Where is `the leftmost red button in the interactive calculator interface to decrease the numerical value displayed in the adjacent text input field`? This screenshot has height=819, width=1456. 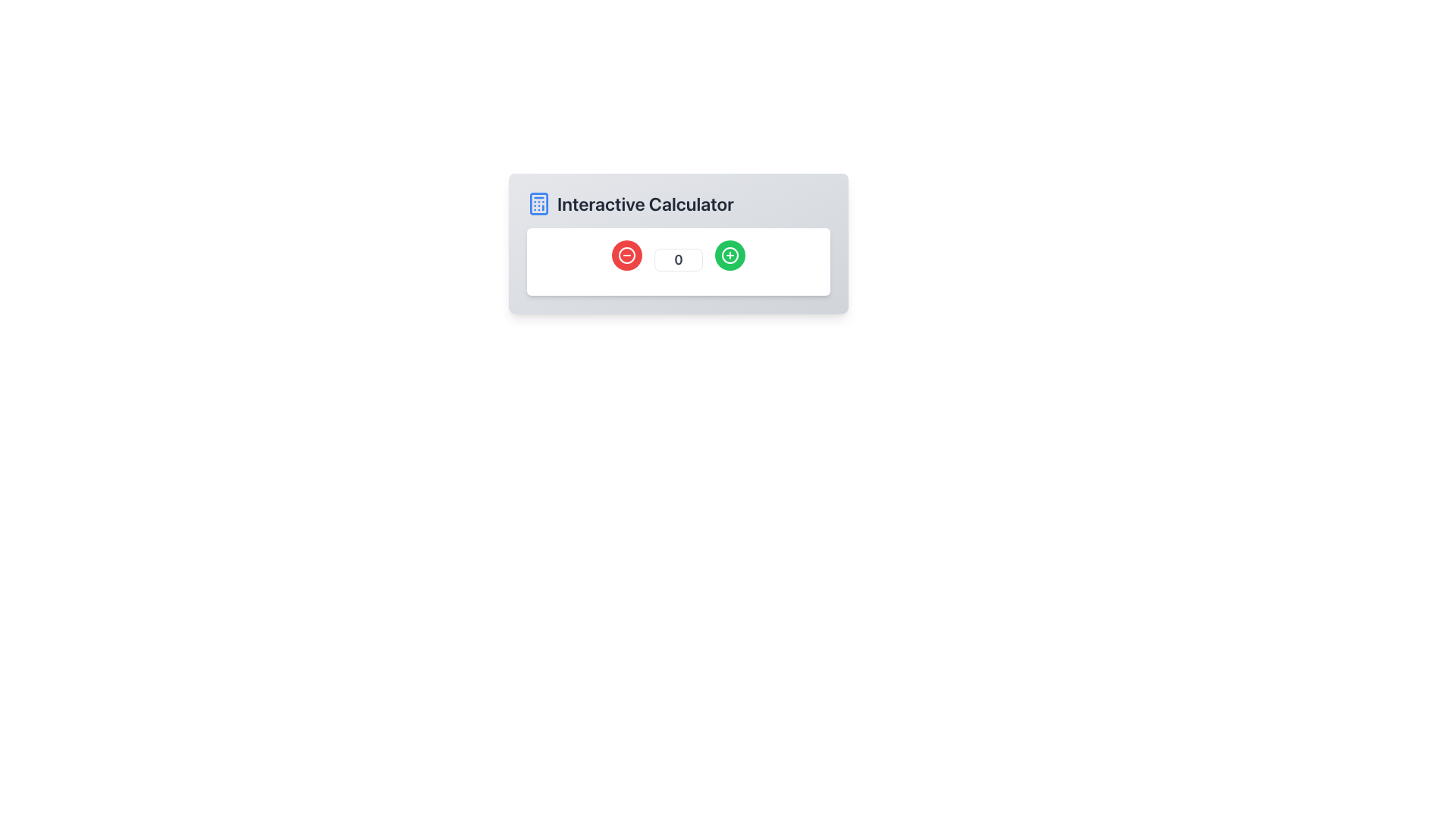 the leftmost red button in the interactive calculator interface to decrease the numerical value displayed in the adjacent text input field is located at coordinates (626, 254).